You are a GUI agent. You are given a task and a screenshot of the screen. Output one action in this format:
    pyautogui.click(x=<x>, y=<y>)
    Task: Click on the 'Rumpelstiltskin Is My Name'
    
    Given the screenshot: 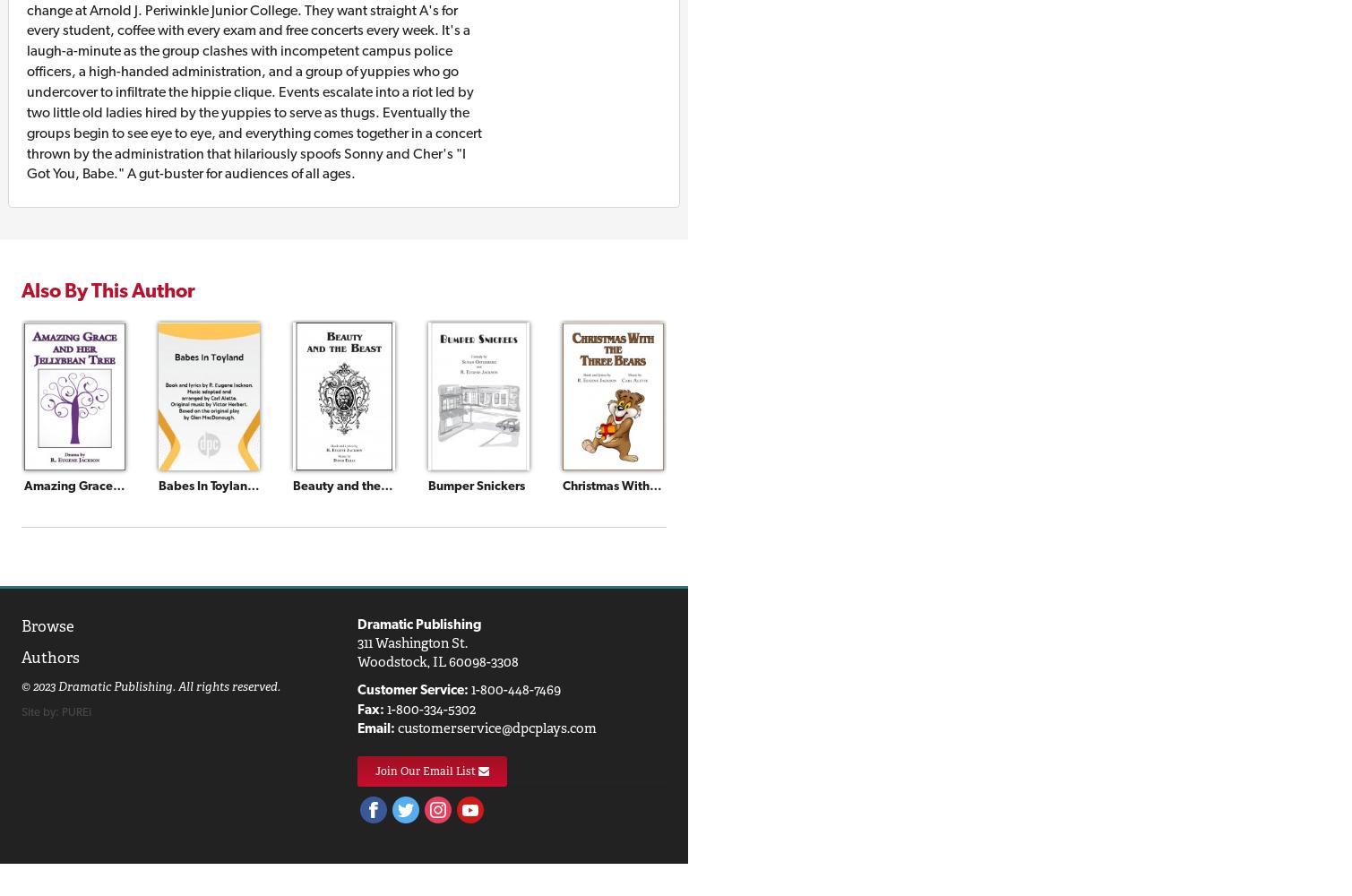 What is the action you would take?
    pyautogui.click(x=1100, y=485)
    